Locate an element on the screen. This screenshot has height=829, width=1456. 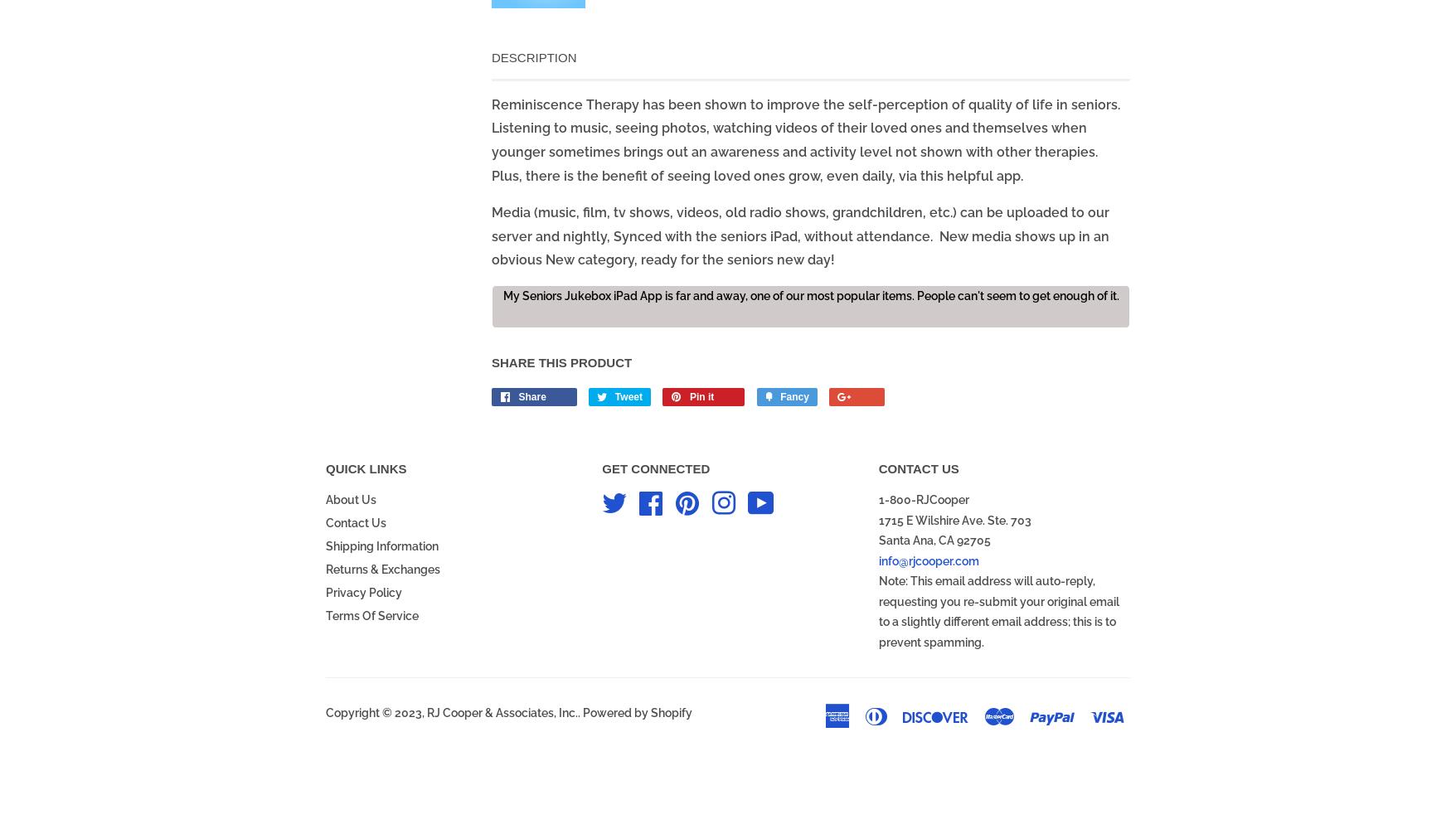
'Share' is located at coordinates (531, 396).